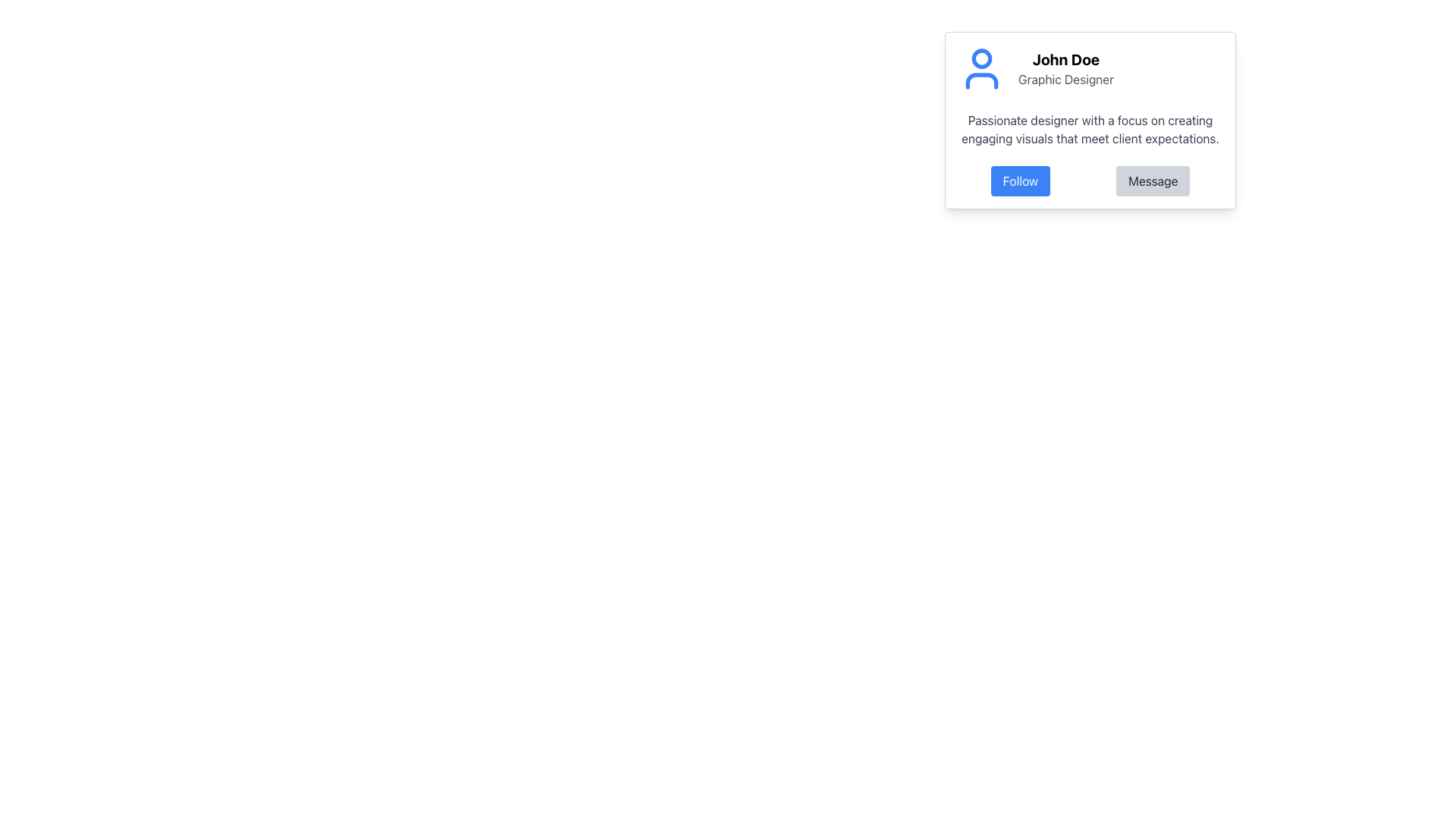 The height and width of the screenshot is (819, 1456). What do you see at coordinates (1090, 128) in the screenshot?
I see `the text block element styled in a subdued grayish font (class 'text-gray-700') that contains a descriptive sentence about a designer's focus, located within a prominent card structure, directly below the name and title, and above the action buttons labeled 'Follow' and 'Message'` at bounding box center [1090, 128].